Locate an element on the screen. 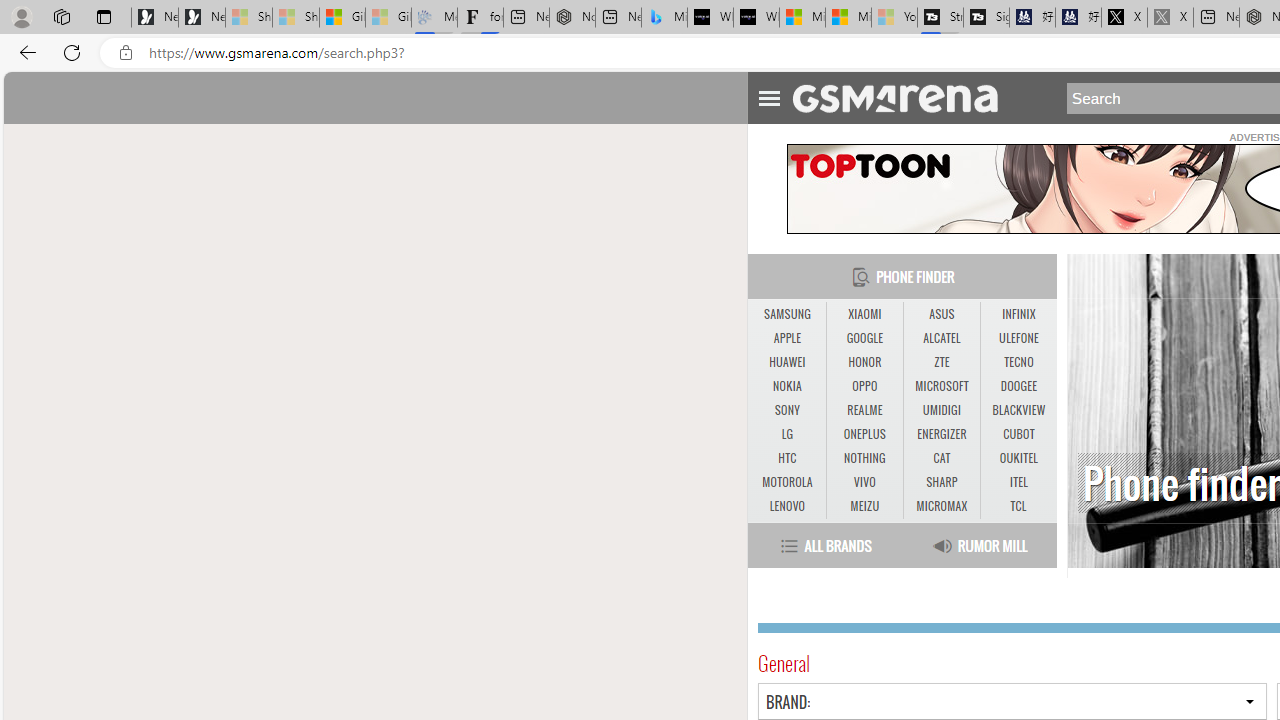  'BLACKVIEW' is located at coordinates (1018, 409).